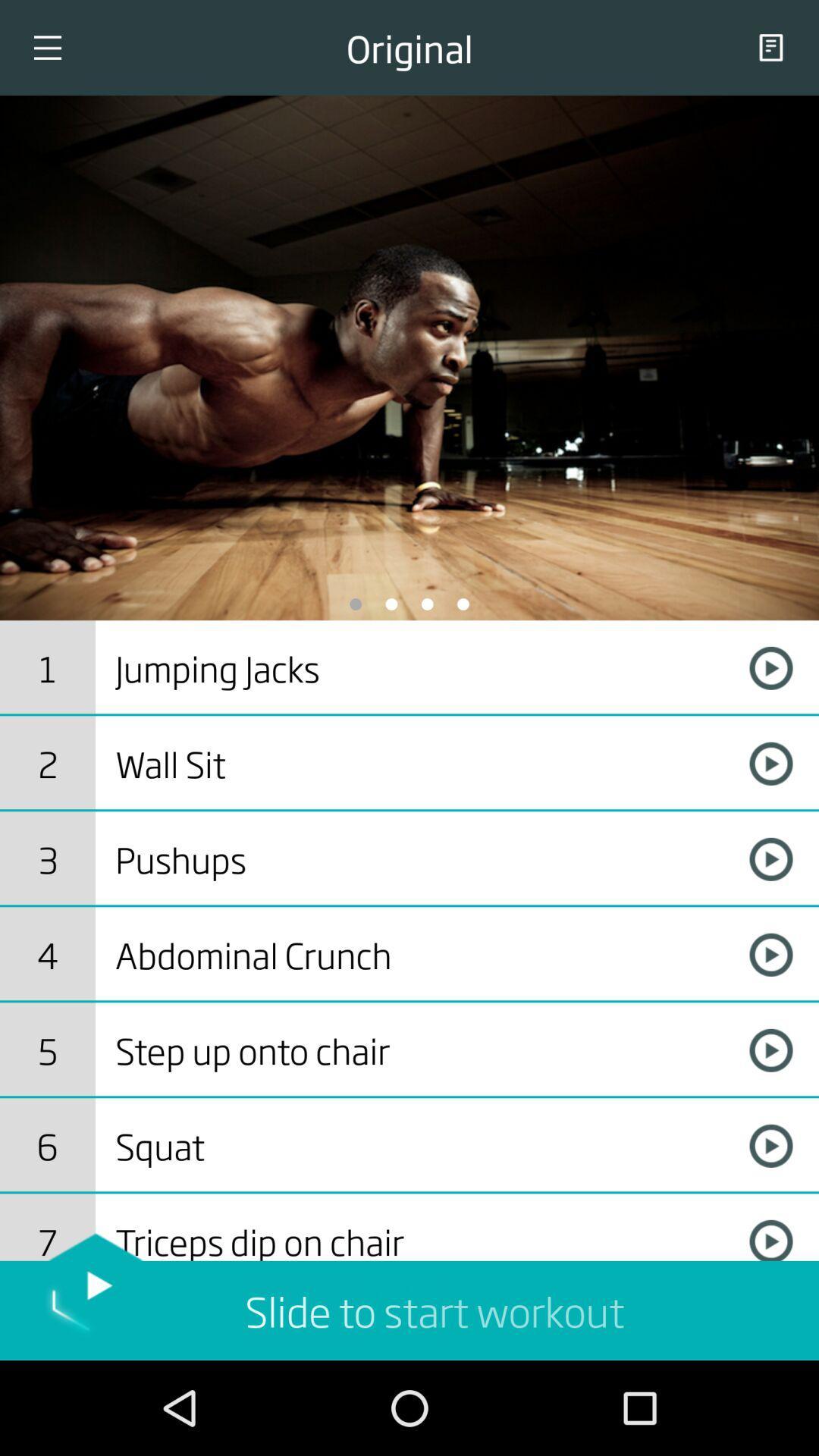 This screenshot has height=1456, width=819. I want to click on the menu icon, so click(46, 47).